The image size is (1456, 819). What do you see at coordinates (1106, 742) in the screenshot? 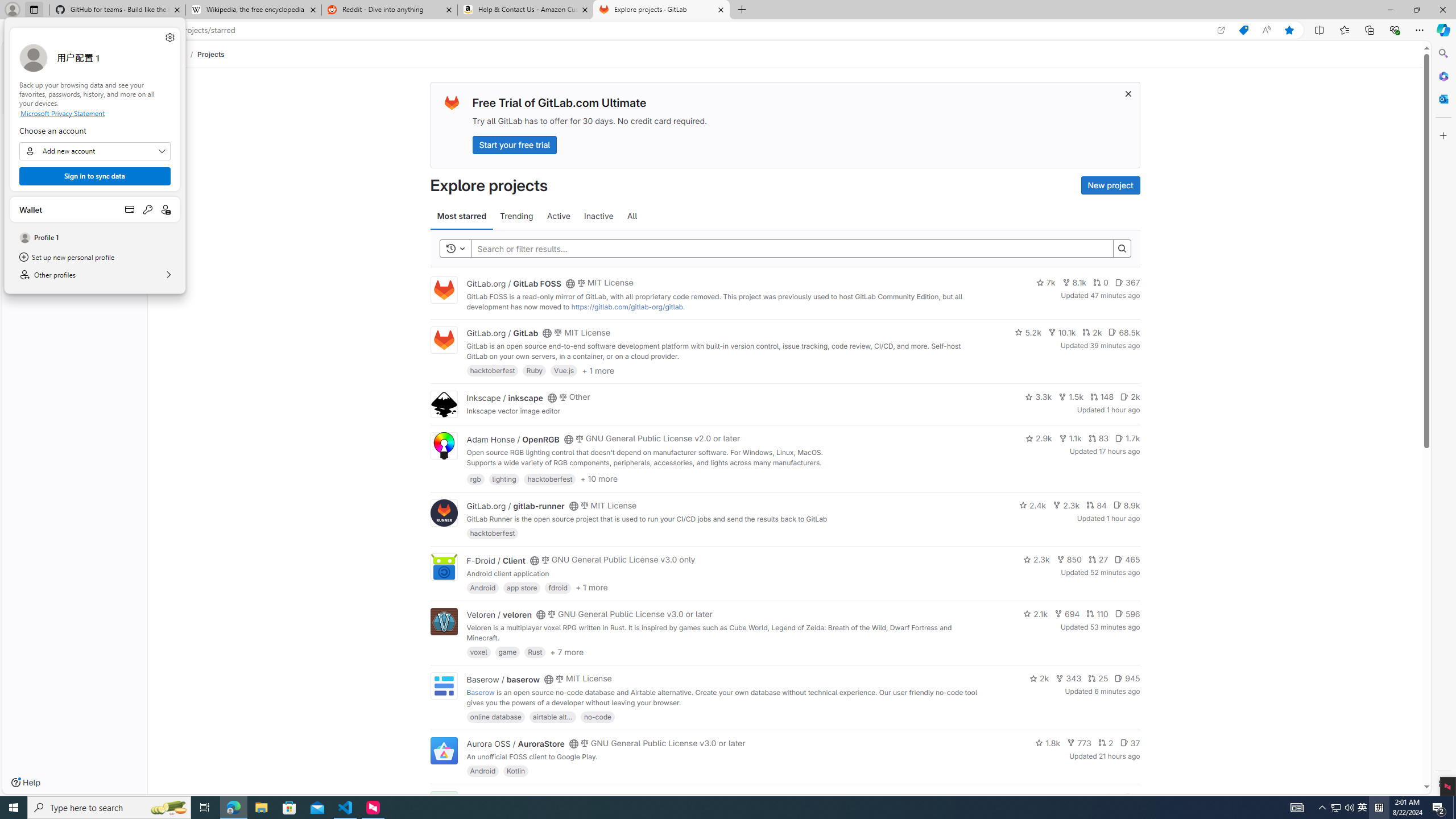
I see `'2'` at bounding box center [1106, 742].